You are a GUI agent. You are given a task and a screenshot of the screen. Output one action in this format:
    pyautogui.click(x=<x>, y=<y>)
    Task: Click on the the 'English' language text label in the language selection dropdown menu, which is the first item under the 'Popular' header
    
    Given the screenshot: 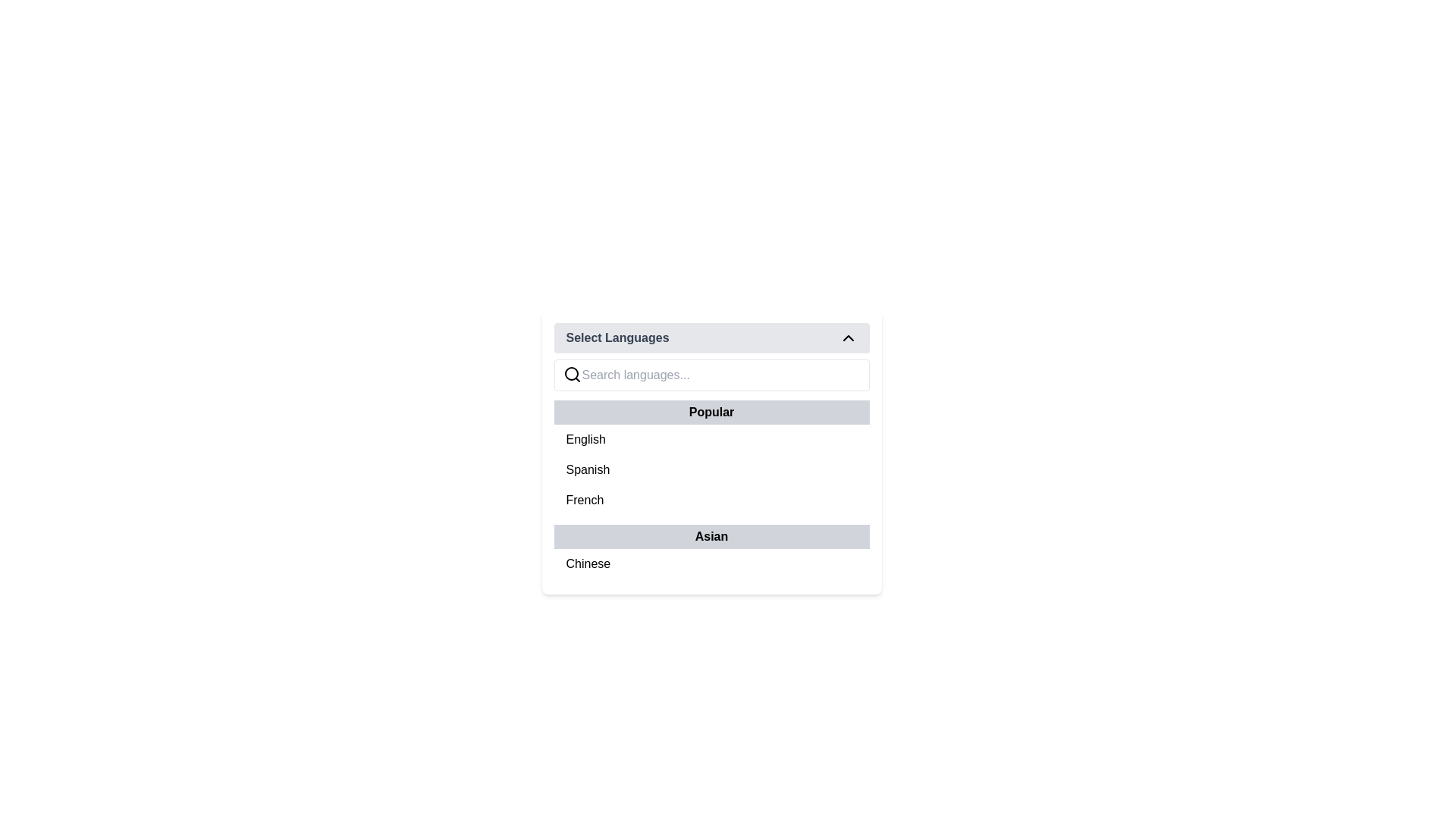 What is the action you would take?
    pyautogui.click(x=585, y=439)
    